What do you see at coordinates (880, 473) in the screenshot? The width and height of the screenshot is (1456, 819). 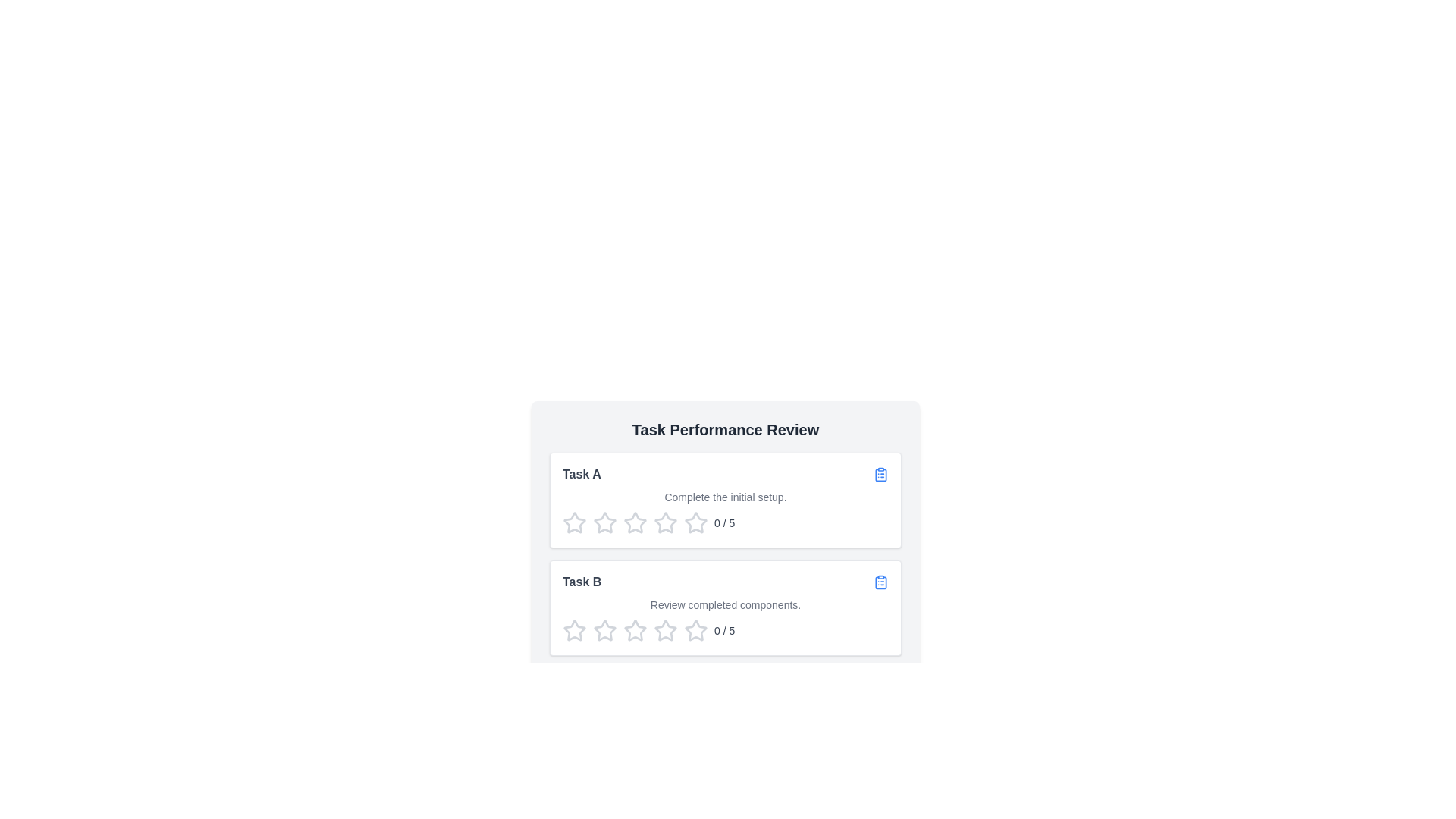 I see `the clipboard icon located at the far right of the row for 'Task A' by` at bounding box center [880, 473].